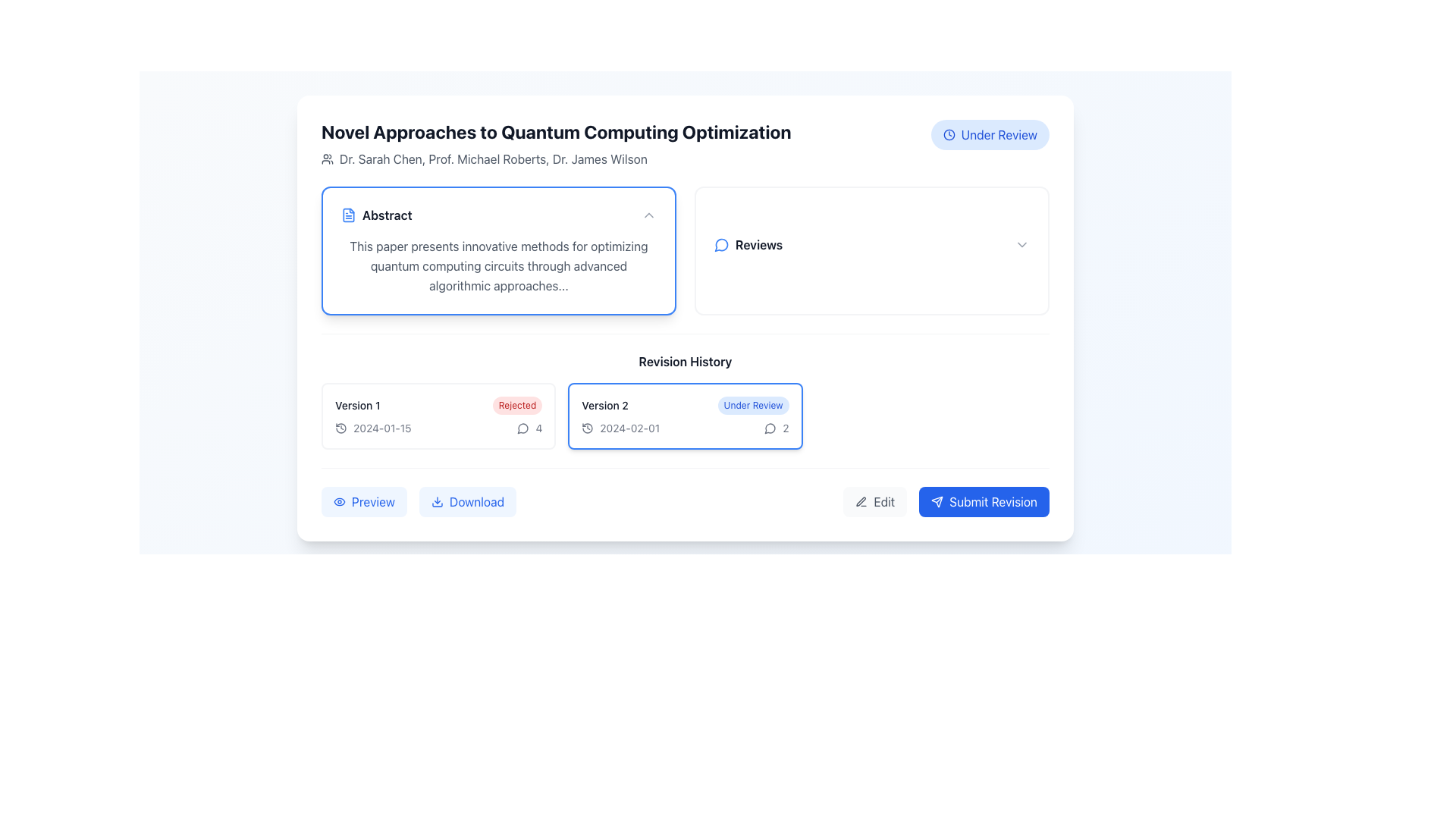  I want to click on the 'Download' text label within the download button located at the bottom-left corner of the 'Version 2' section under the 'Revision History' header, so click(475, 502).